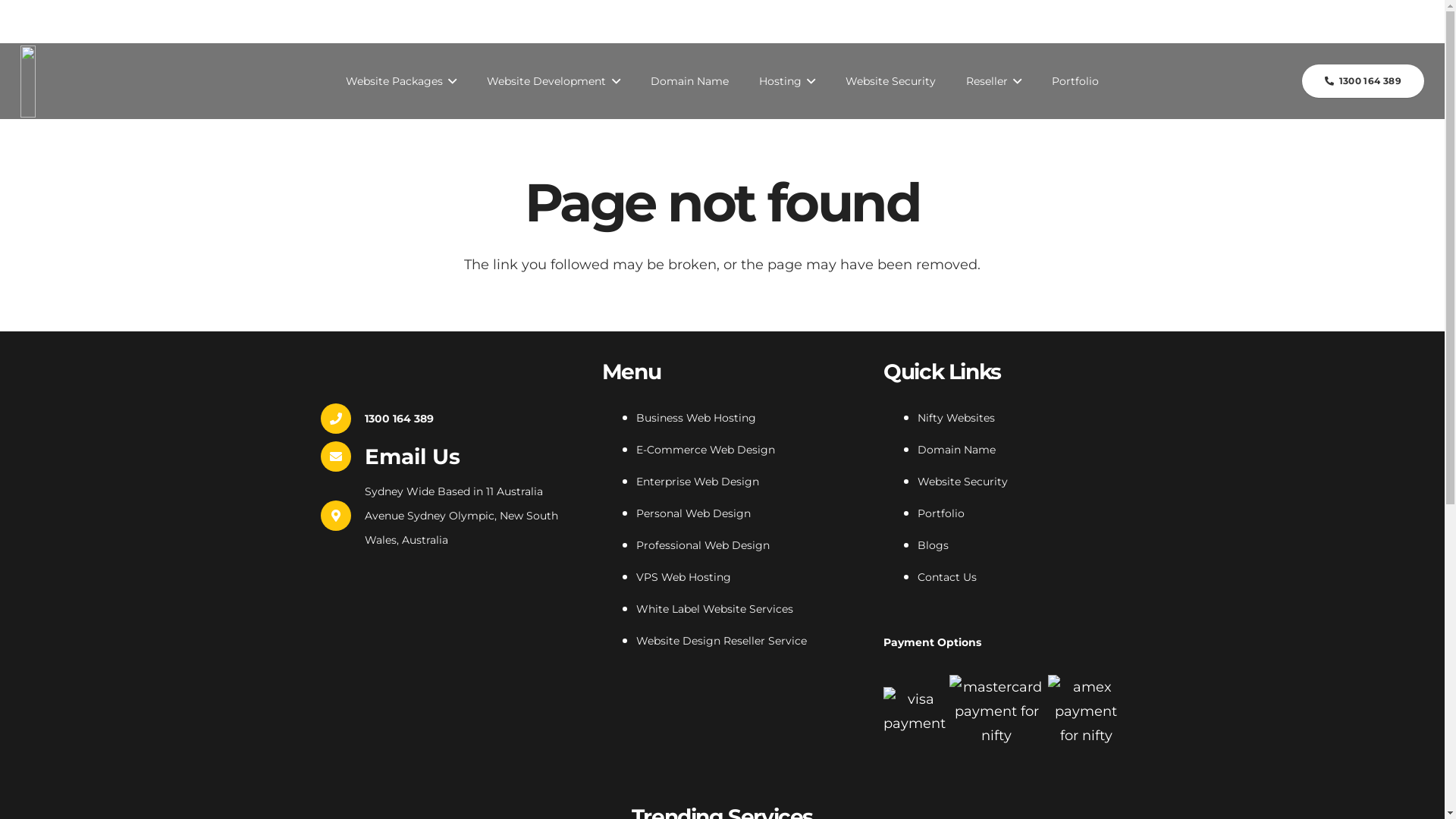  What do you see at coordinates (412, 455) in the screenshot?
I see `'Email Us'` at bounding box center [412, 455].